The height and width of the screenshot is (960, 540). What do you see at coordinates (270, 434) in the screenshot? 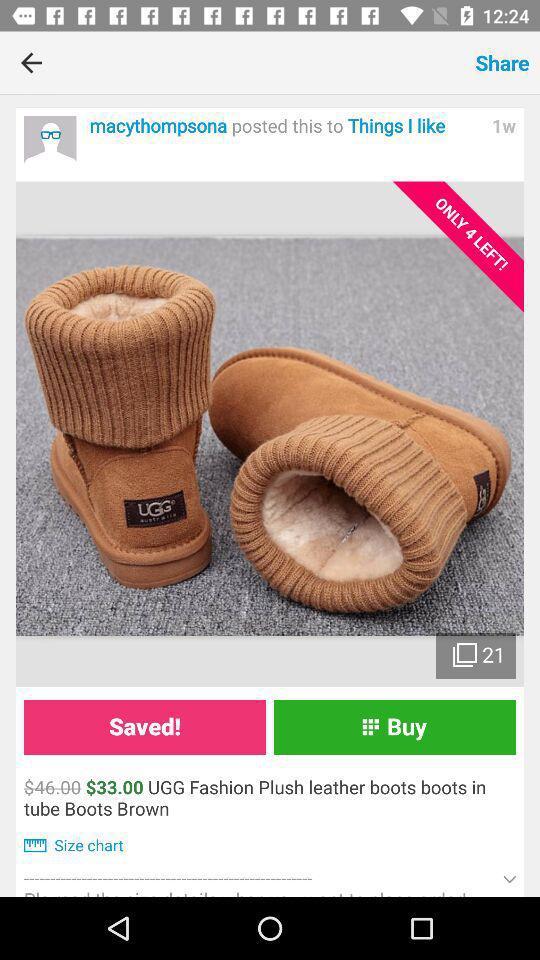
I see `photo of product` at bounding box center [270, 434].